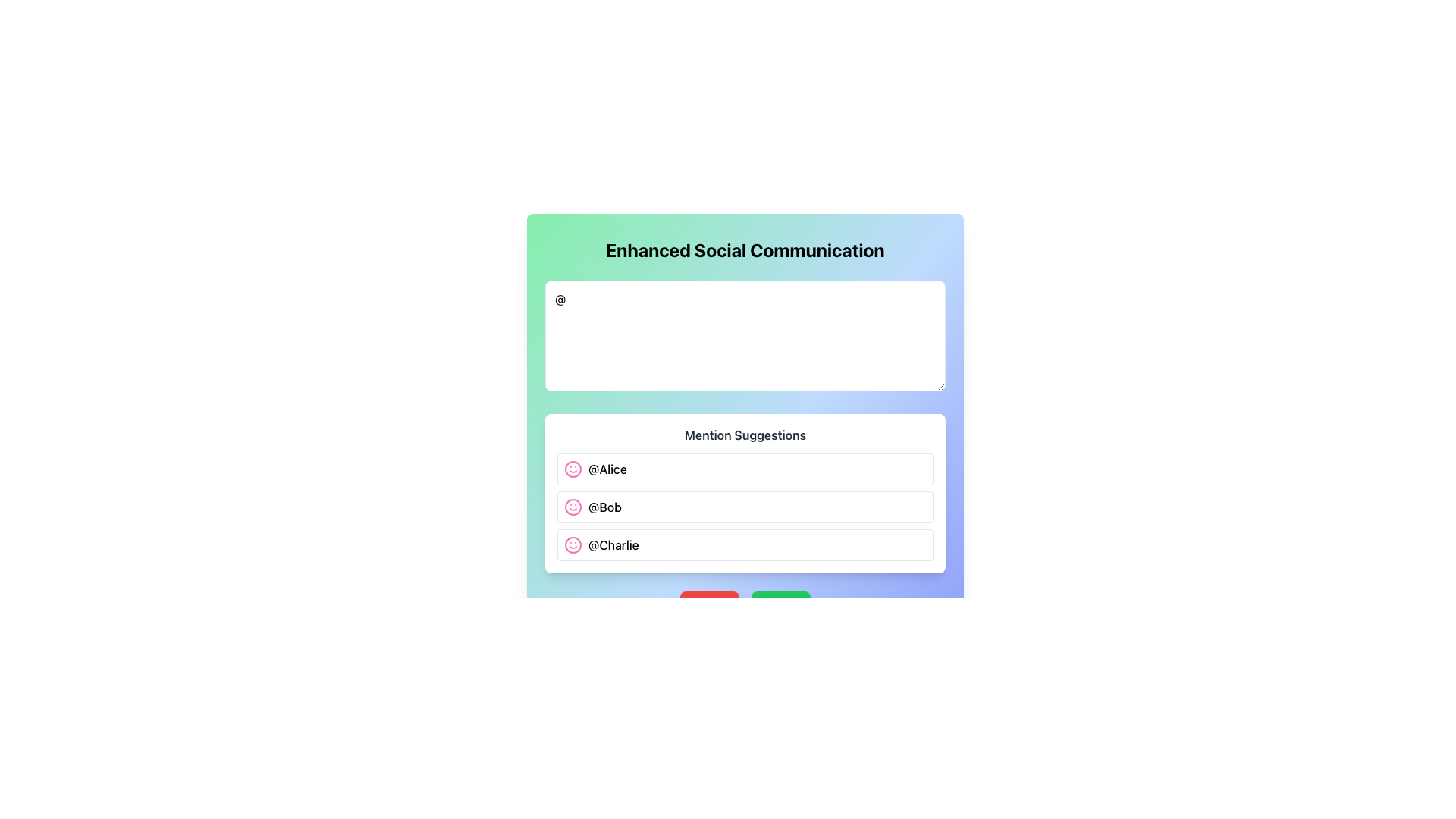 The image size is (1456, 819). Describe the element at coordinates (604, 507) in the screenshot. I see `the text label displaying '@Bob' in the 'Mention Suggestions' section, which is styled with a bold font and is located between '@Alice' and '@Charlie'` at that location.